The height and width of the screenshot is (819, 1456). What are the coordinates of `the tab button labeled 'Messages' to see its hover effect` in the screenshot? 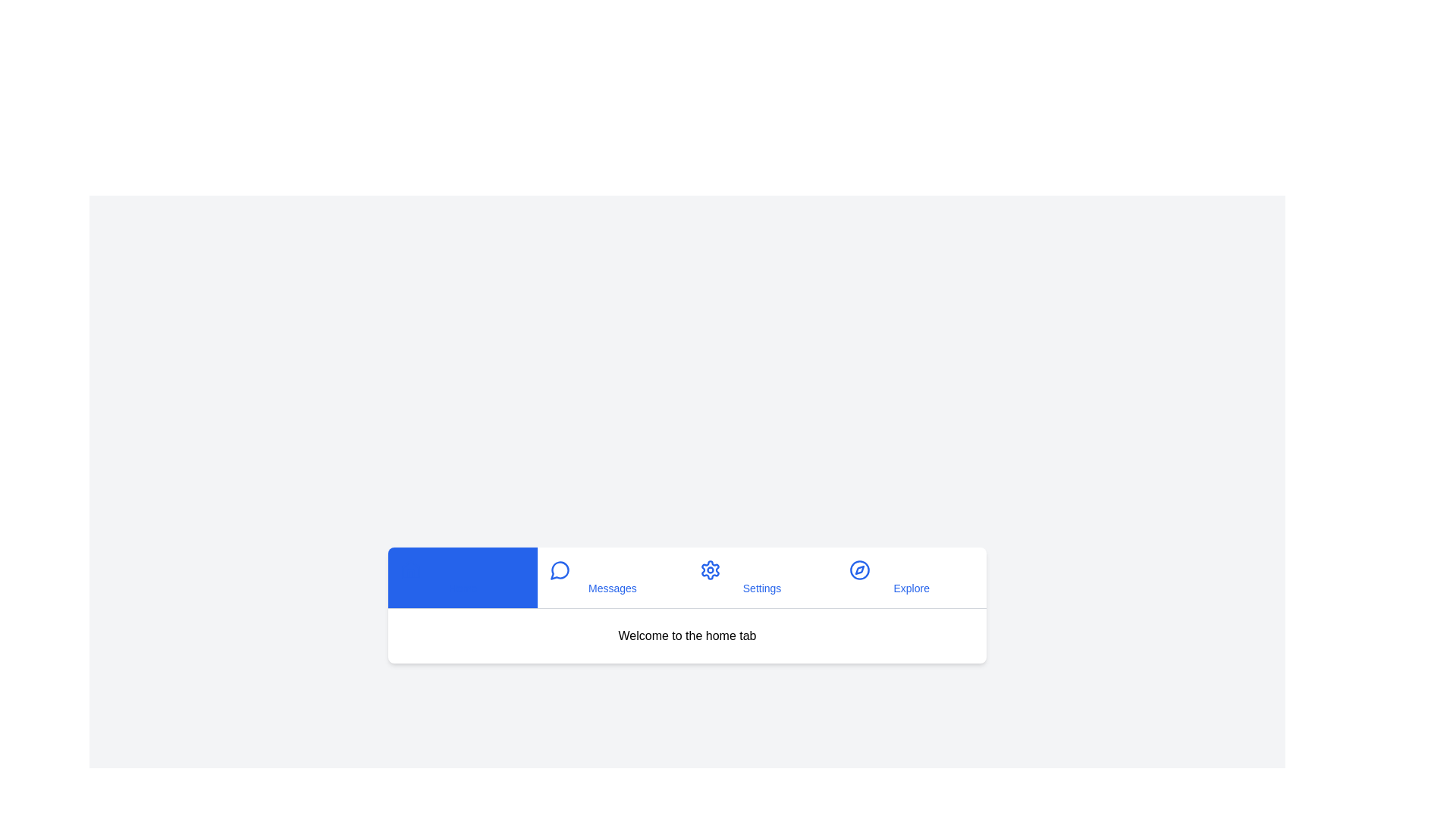 It's located at (612, 577).